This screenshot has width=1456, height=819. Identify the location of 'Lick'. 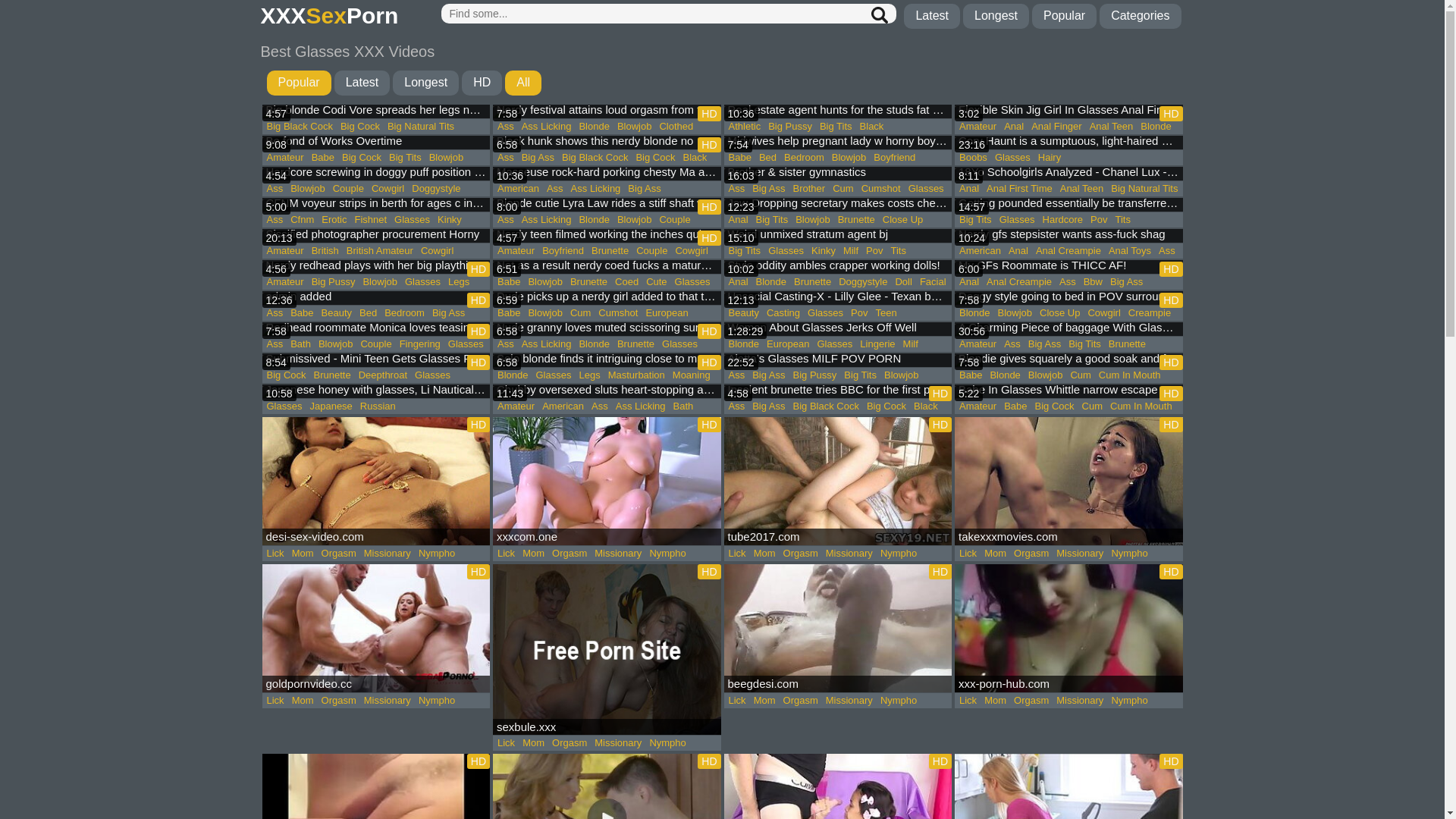
(275, 701).